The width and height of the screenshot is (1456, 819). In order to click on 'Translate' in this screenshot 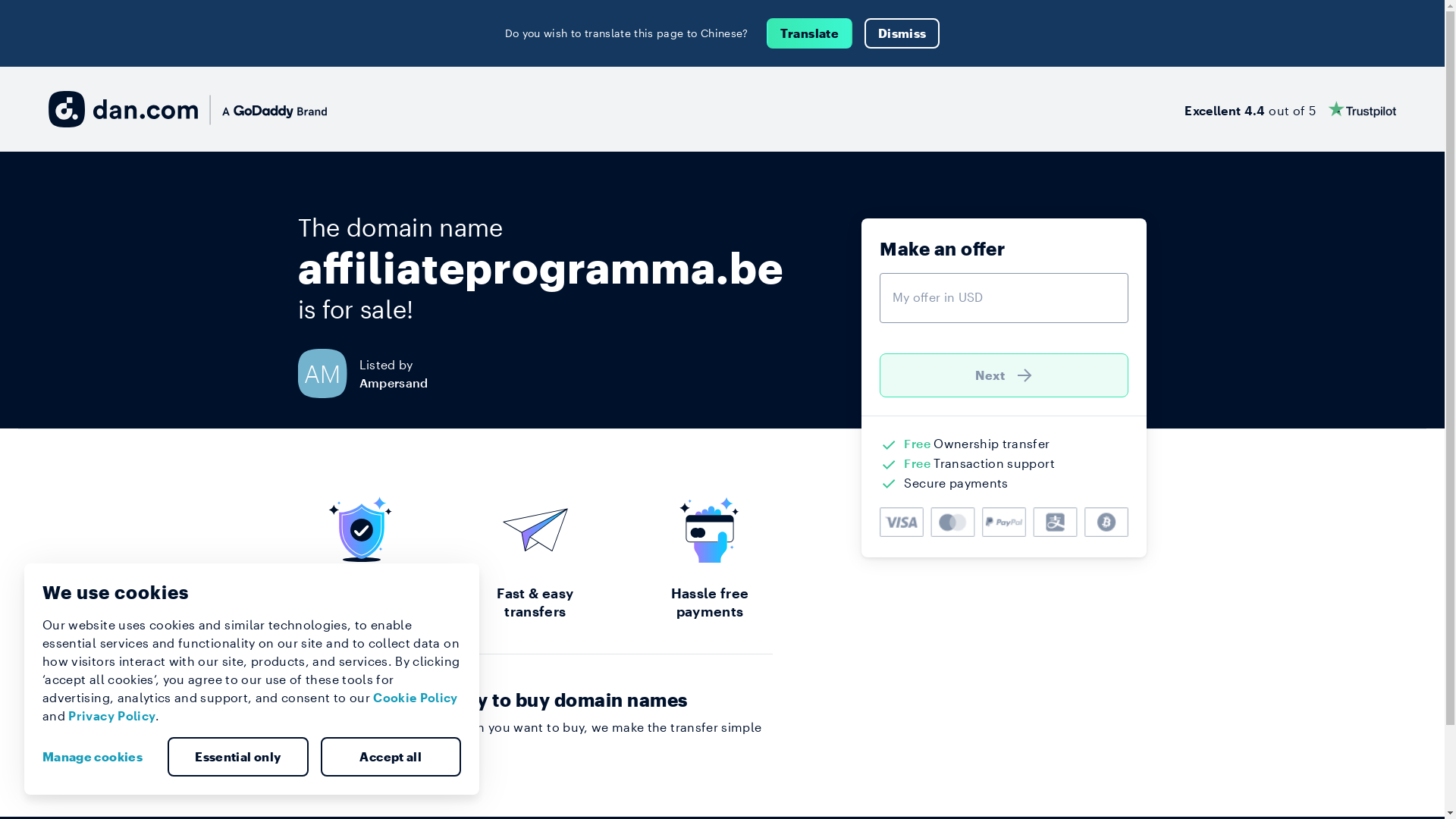, I will do `click(808, 33)`.